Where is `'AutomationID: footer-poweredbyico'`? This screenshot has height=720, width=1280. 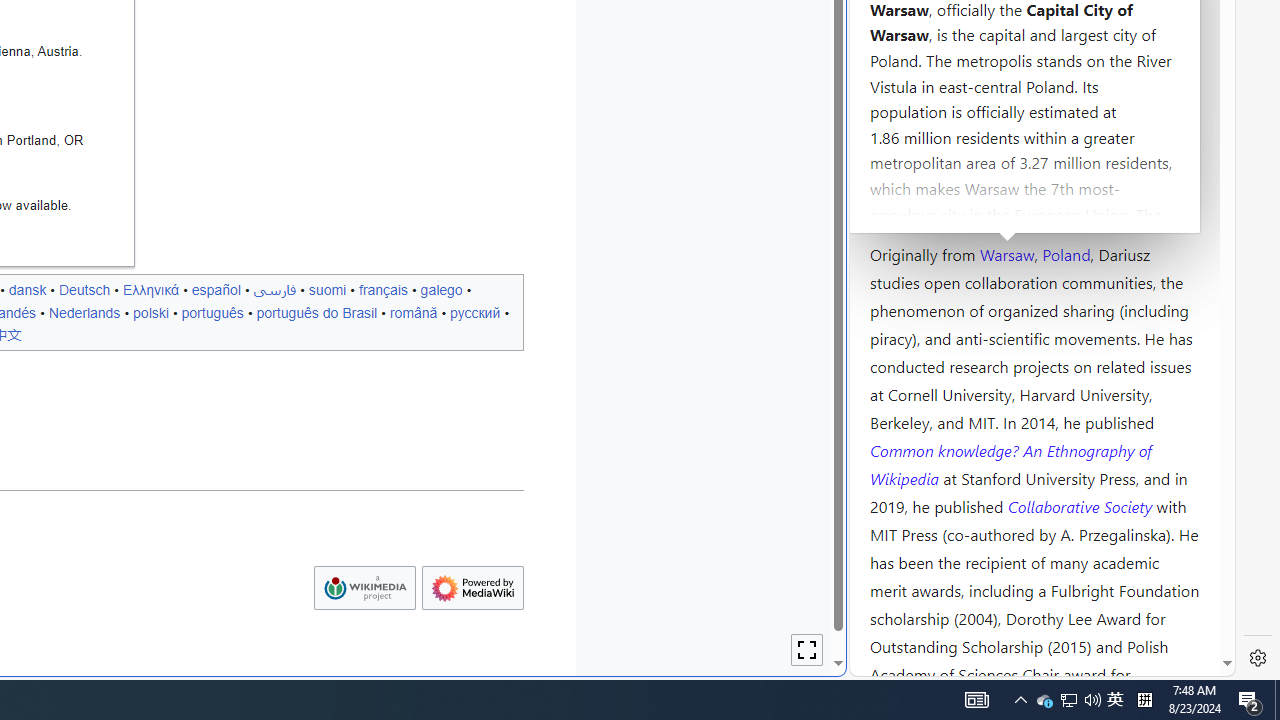
'AutomationID: footer-poweredbyico' is located at coordinates (471, 587).